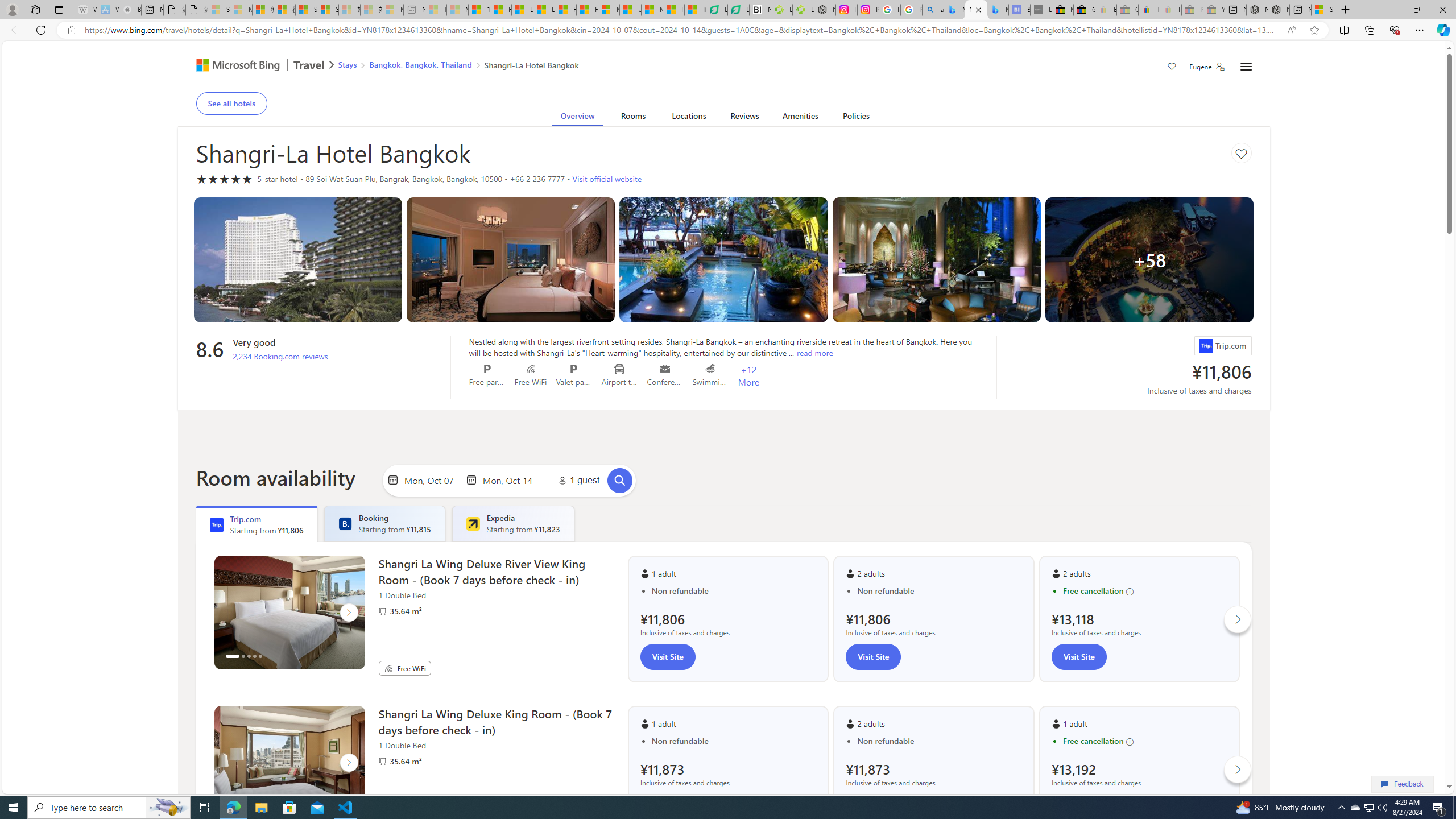  Describe the element at coordinates (1205, 346) in the screenshot. I see `'Trip.com'` at that location.